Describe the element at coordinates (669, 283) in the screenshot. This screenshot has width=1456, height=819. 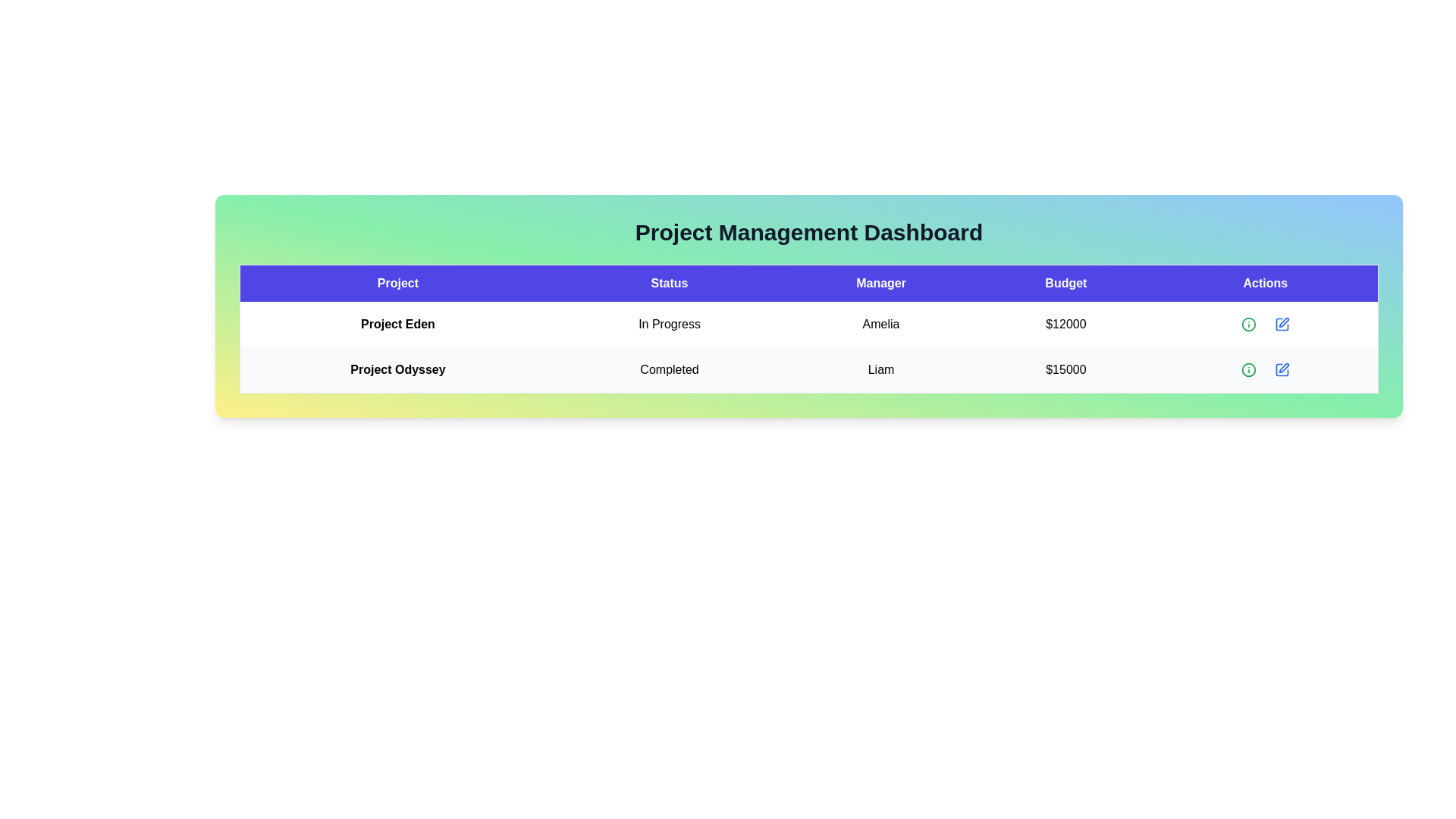
I see `the 'Status' header text label in the table` at that location.